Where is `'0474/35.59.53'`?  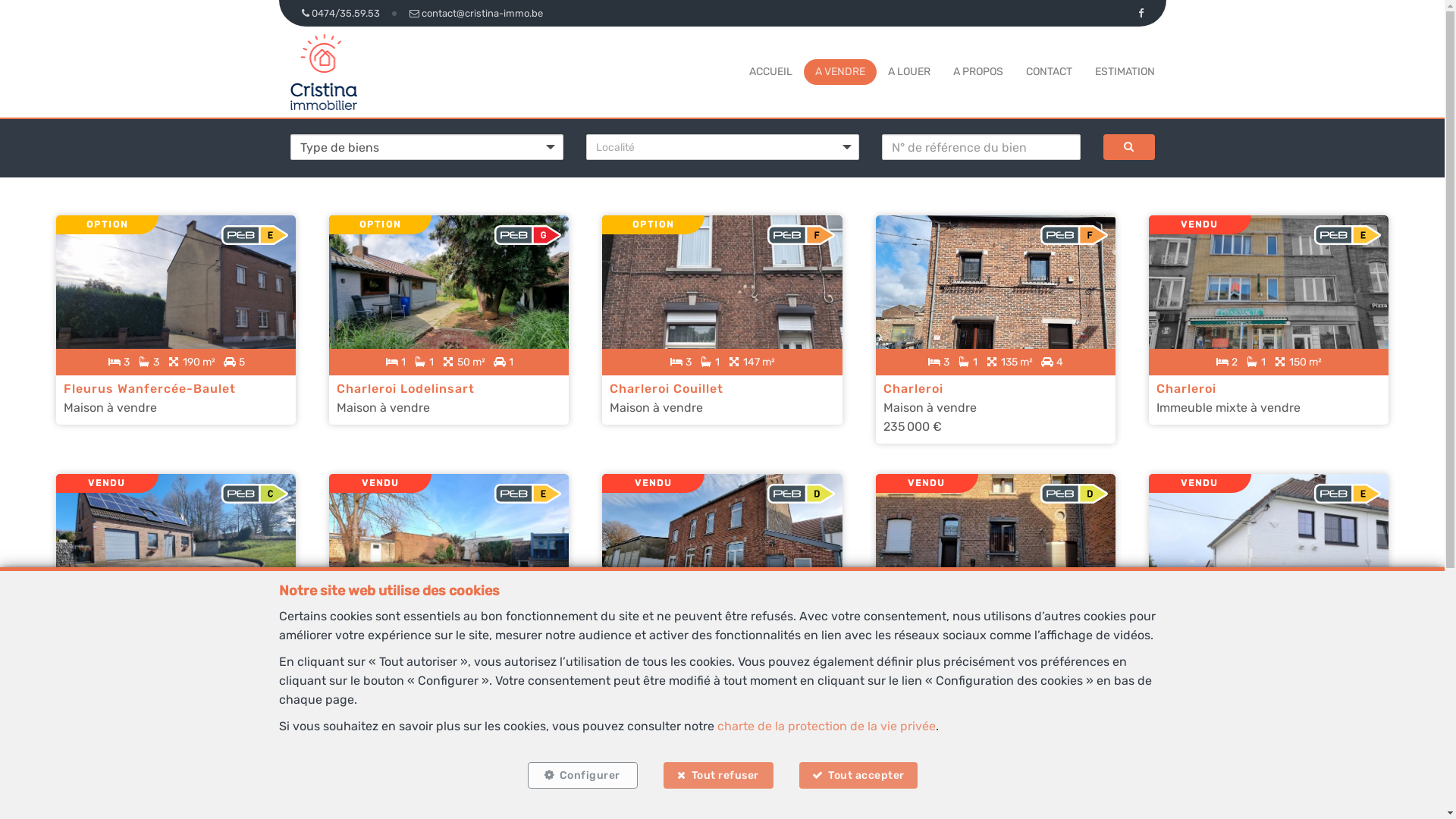 '0474/35.59.53' is located at coordinates (290, 13).